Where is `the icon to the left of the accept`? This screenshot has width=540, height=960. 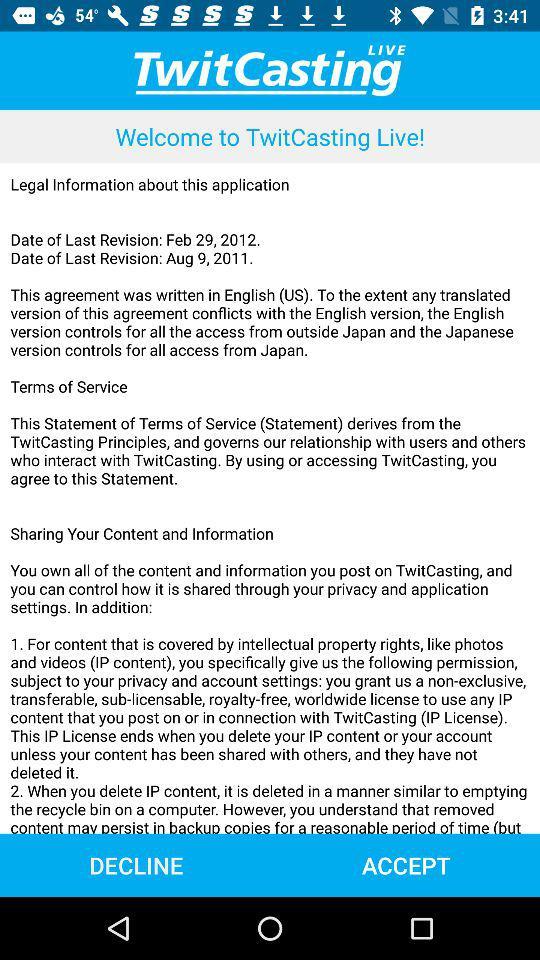
the icon to the left of the accept is located at coordinates (135, 864).